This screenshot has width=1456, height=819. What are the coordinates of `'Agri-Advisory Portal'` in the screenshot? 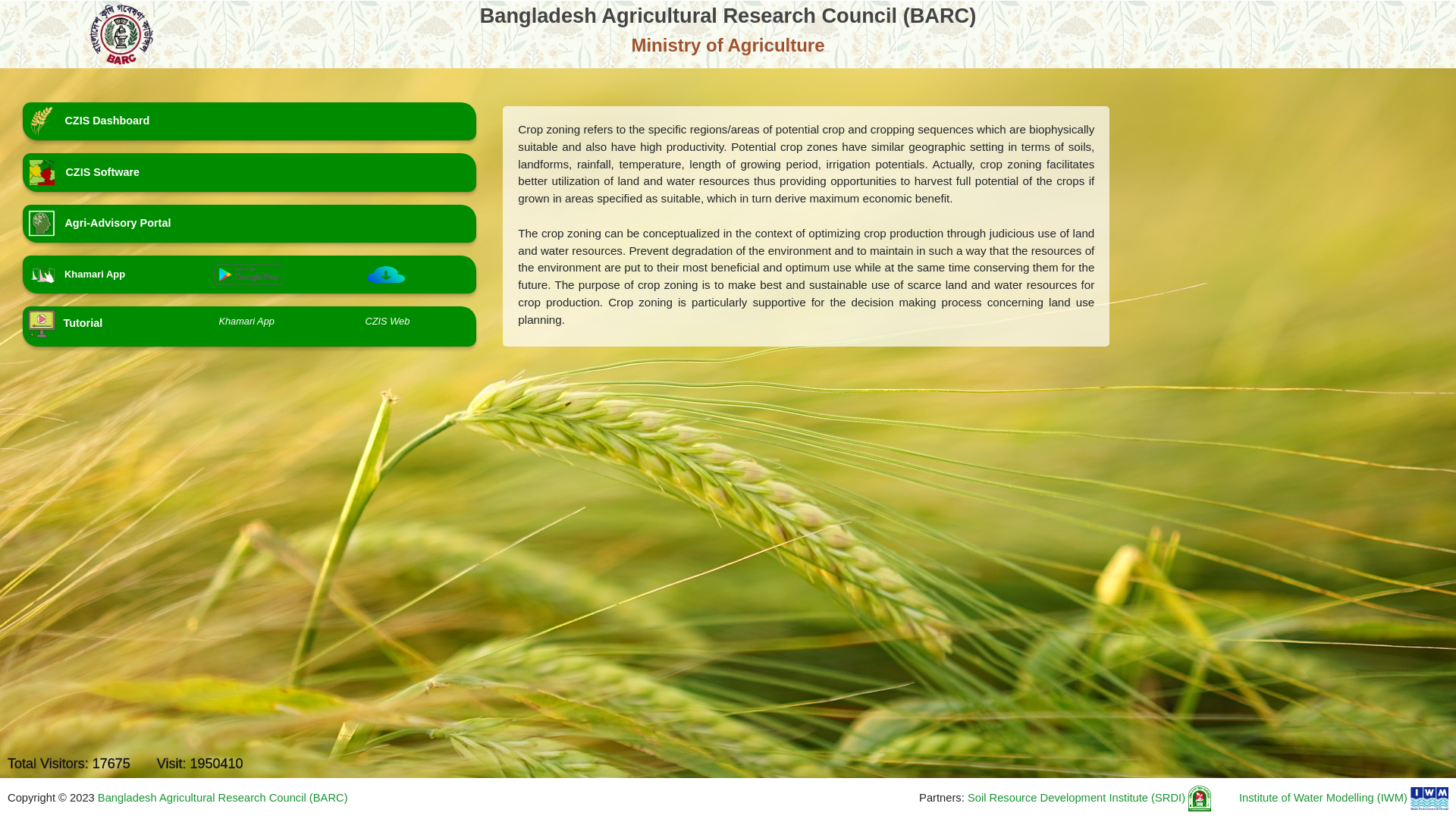 It's located at (249, 223).